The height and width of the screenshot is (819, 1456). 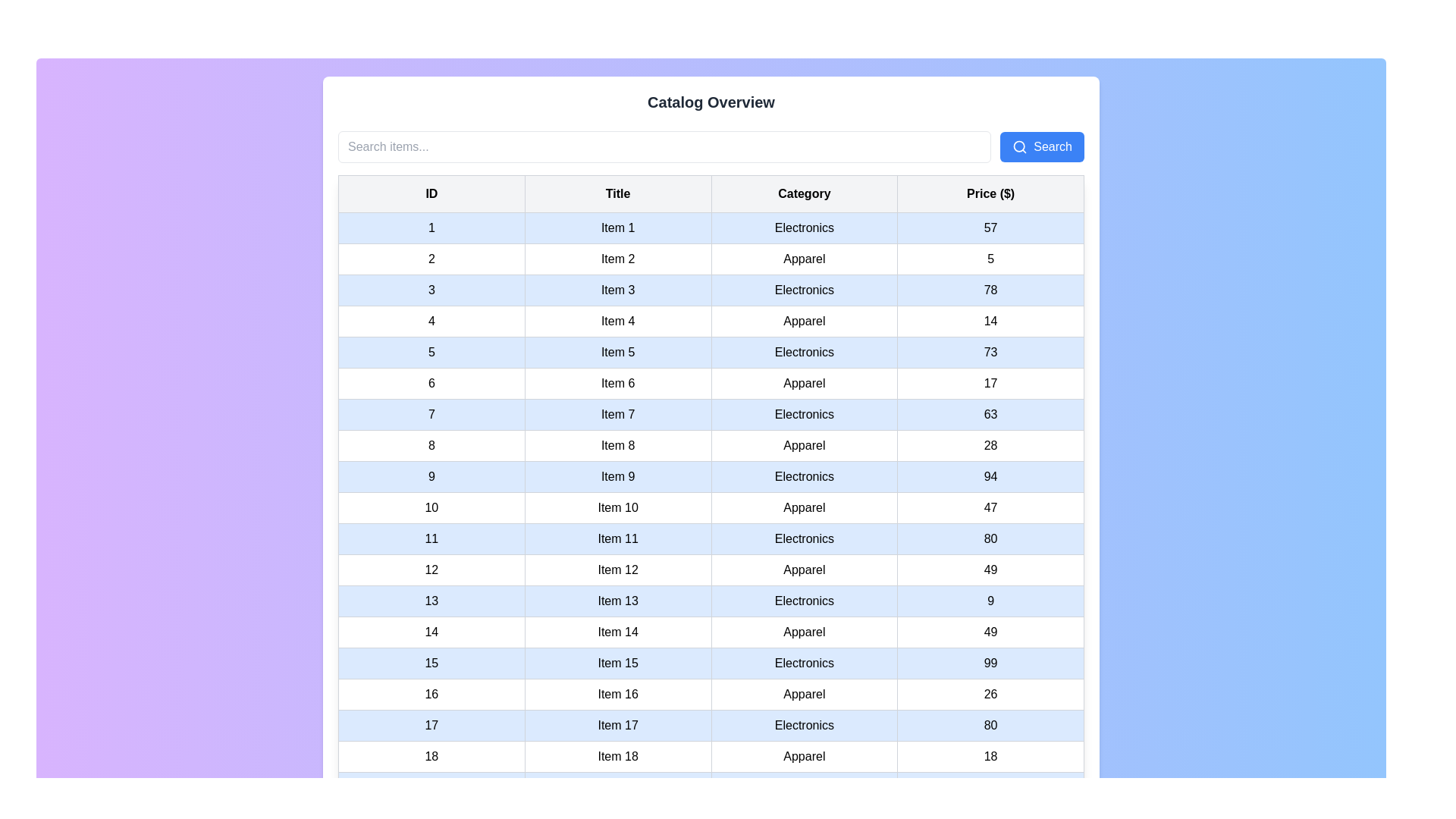 What do you see at coordinates (618, 663) in the screenshot?
I see `the non-interactive Text cell displaying the title information for the 15th item in the table, located in the 15th row under the 'Title' column` at bounding box center [618, 663].